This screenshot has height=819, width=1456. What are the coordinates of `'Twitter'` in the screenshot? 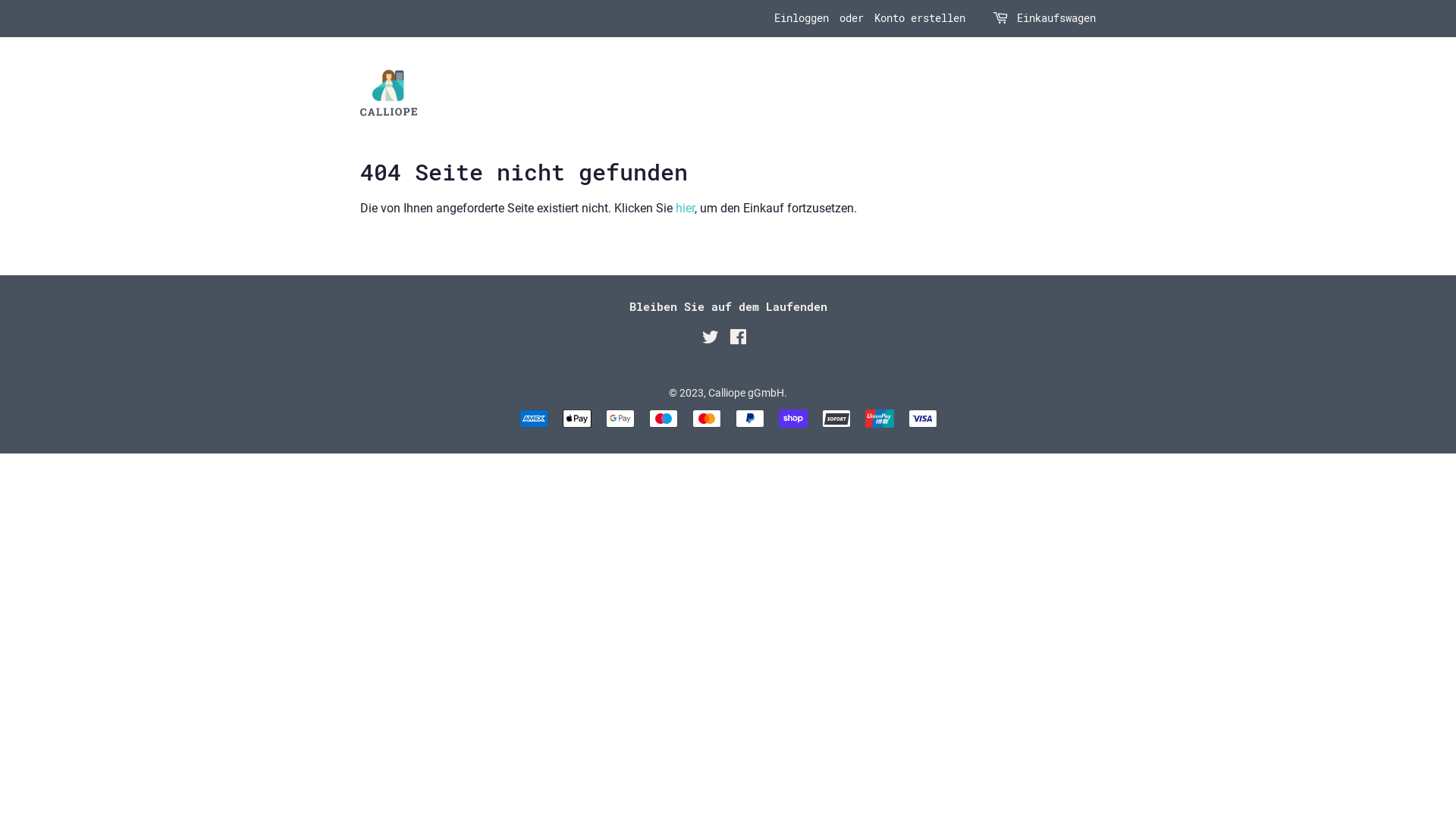 It's located at (709, 338).